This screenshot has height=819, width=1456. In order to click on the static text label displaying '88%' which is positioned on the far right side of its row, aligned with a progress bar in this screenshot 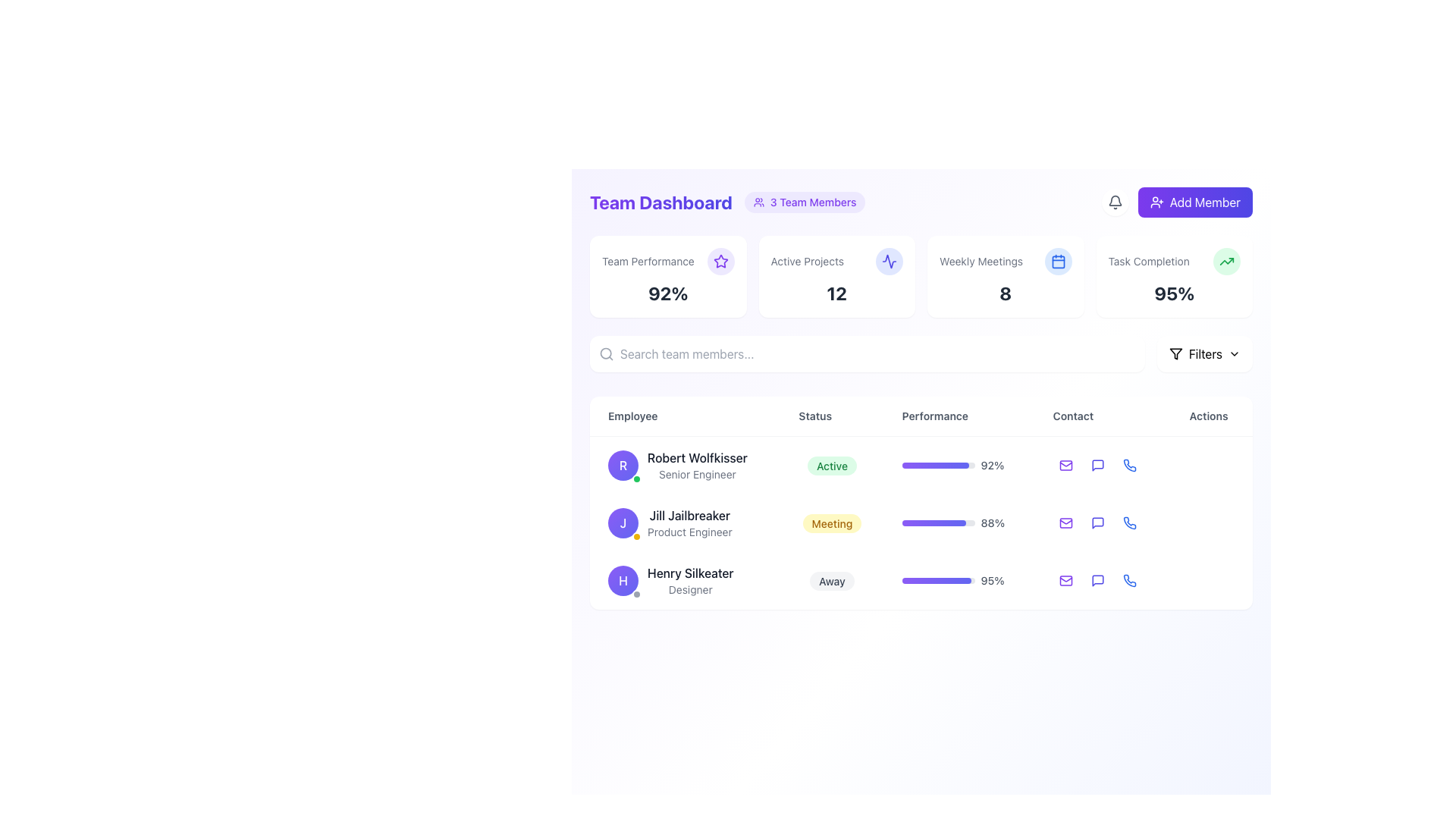, I will do `click(993, 522)`.